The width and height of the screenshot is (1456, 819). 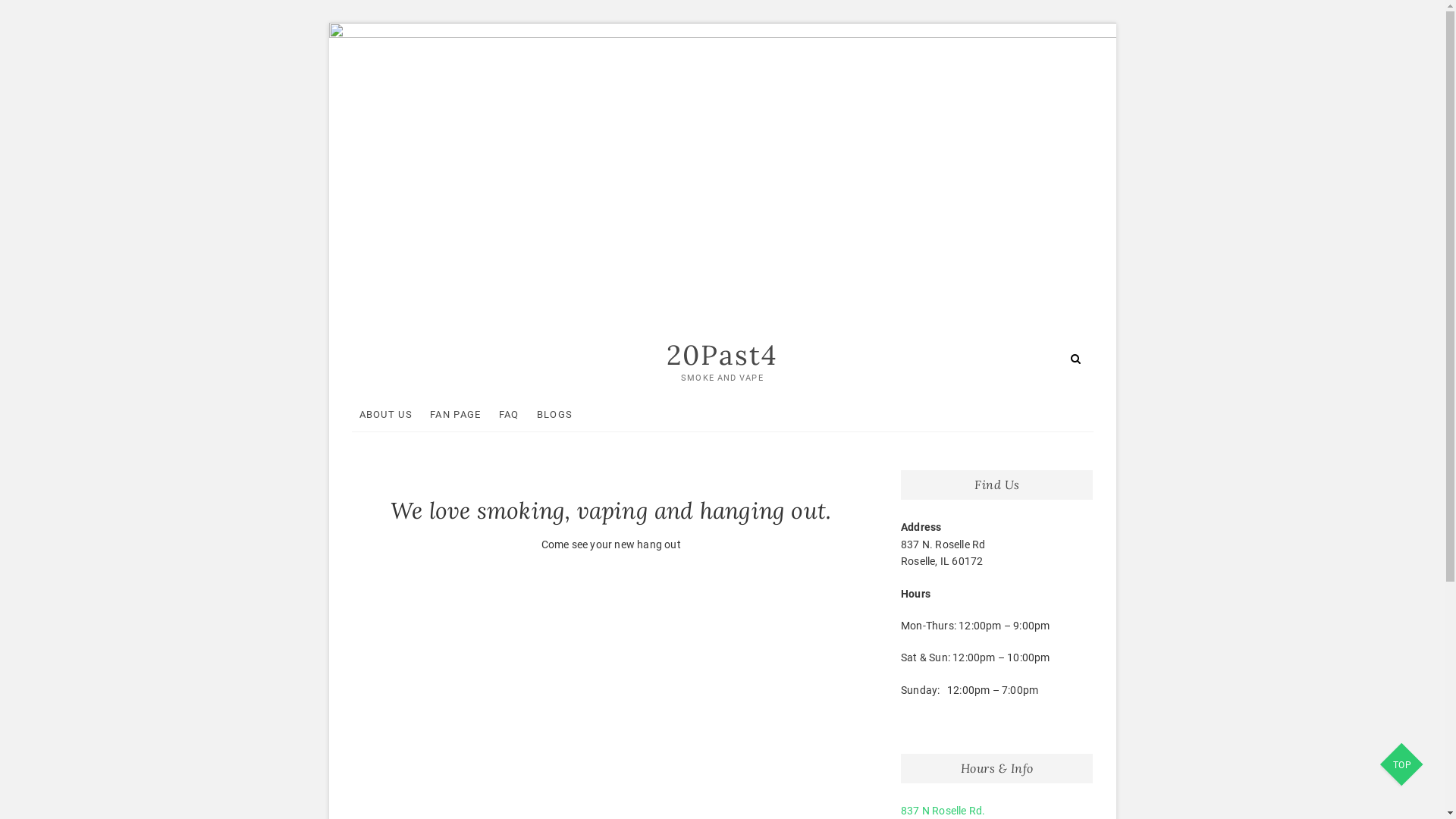 What do you see at coordinates (1379, 766) in the screenshot?
I see `'TOP'` at bounding box center [1379, 766].